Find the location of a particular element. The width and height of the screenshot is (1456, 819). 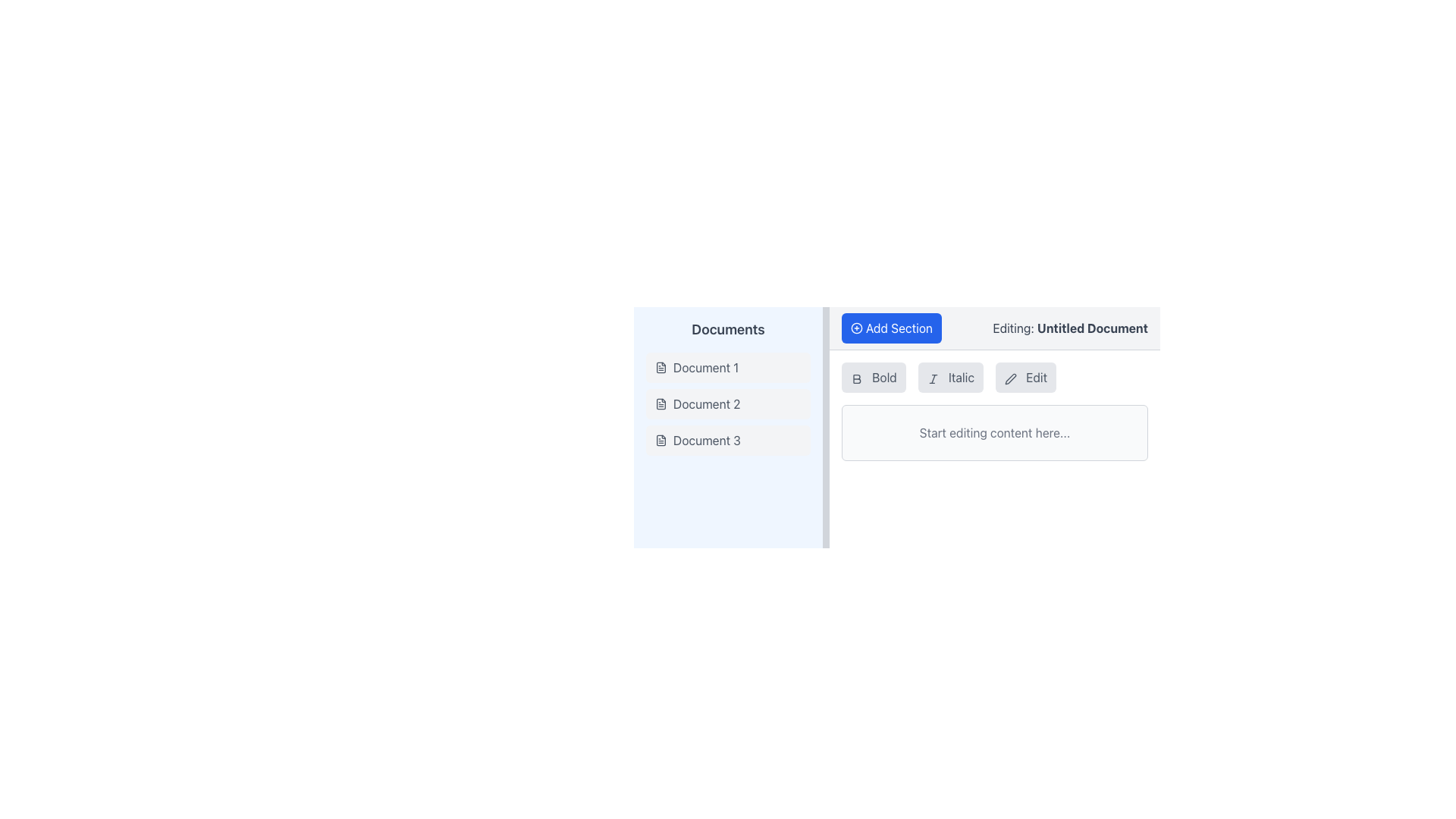

the document type icon associated with 'Document 3' is located at coordinates (661, 441).